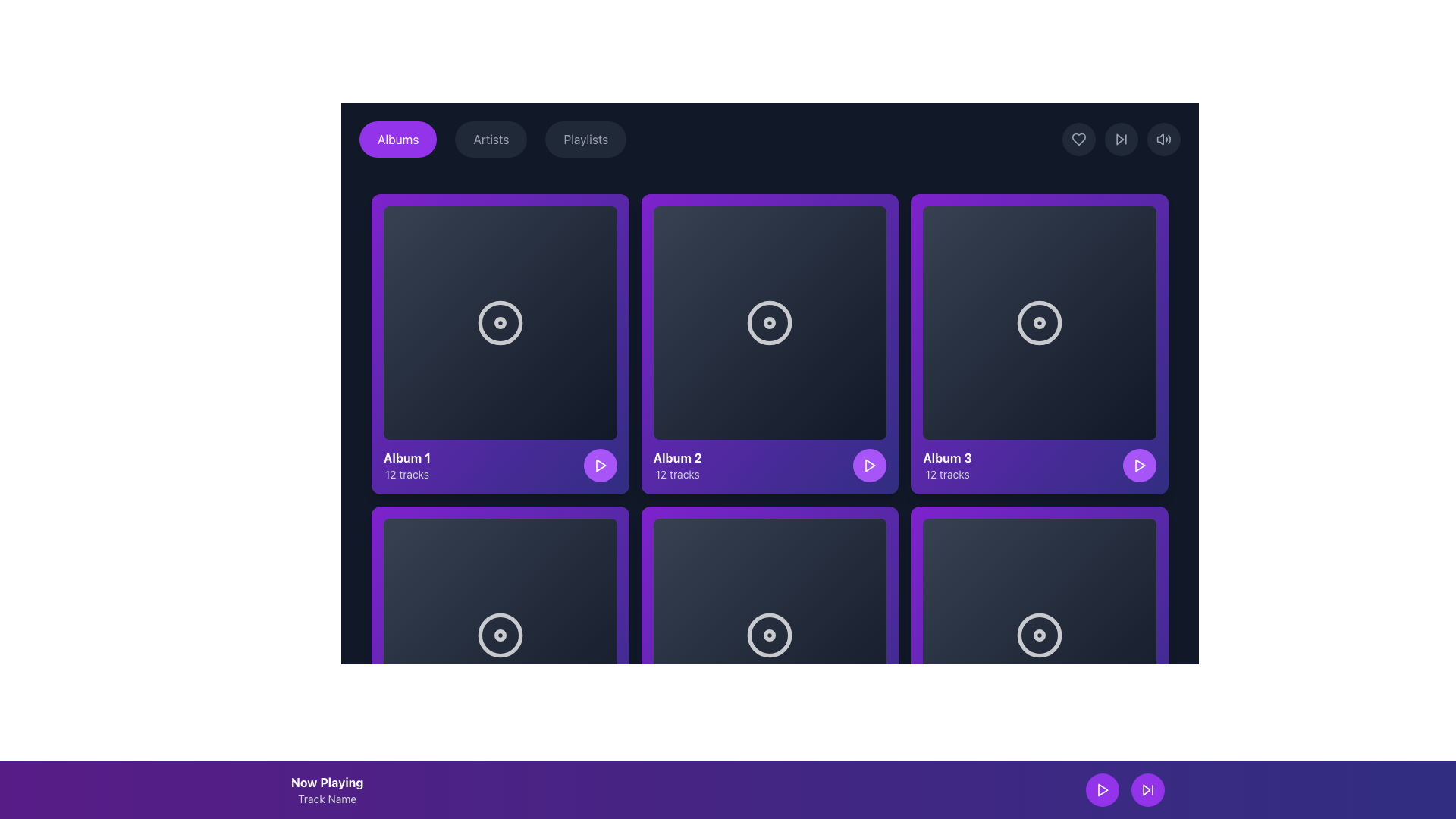 Image resolution: width=1456 pixels, height=819 pixels. Describe the element at coordinates (1039, 635) in the screenshot. I see `the disc icon in the lower-right cell of the album grid for interaction` at that location.